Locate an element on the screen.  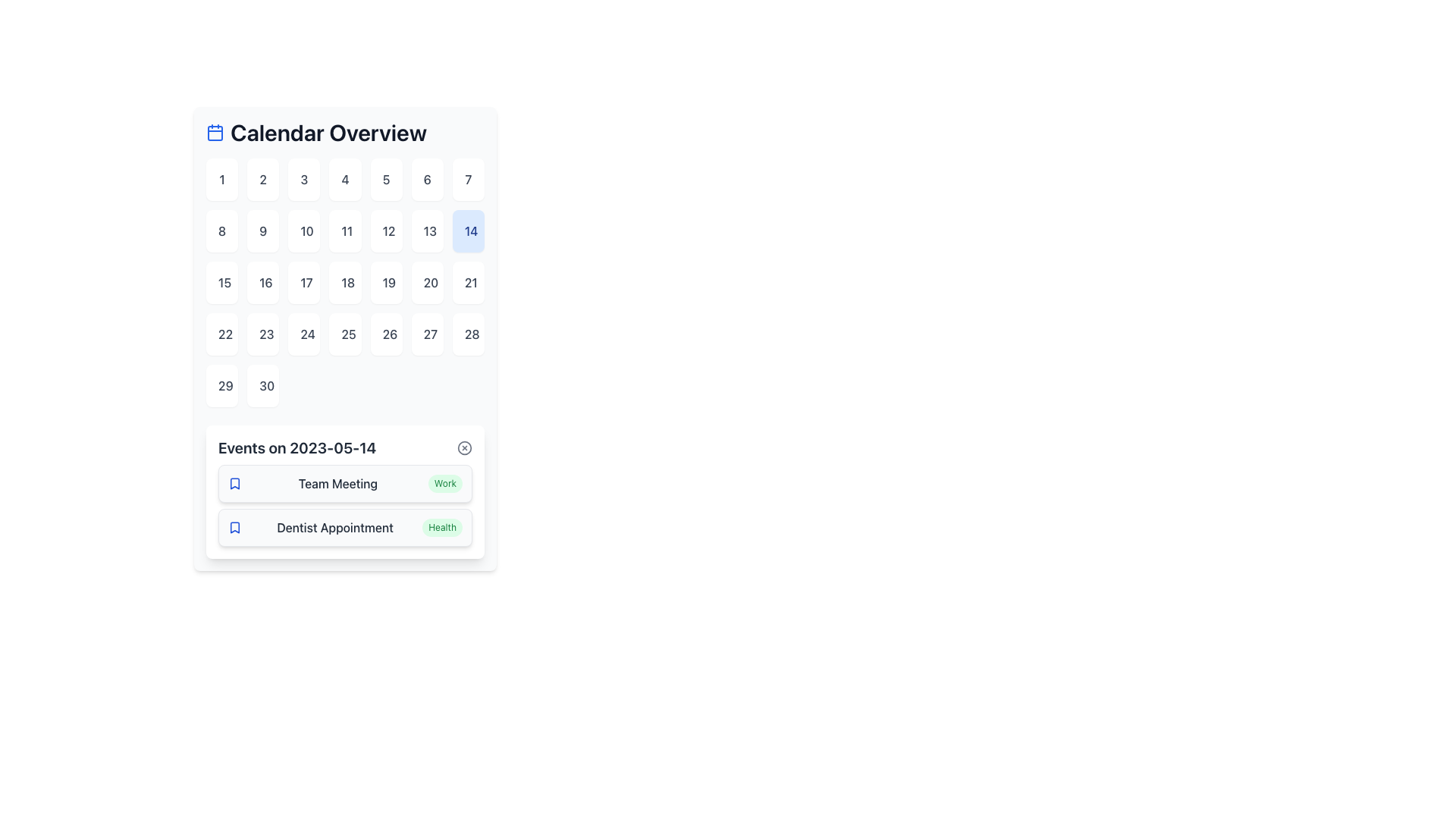
the button displaying the number '28' is located at coordinates (467, 333).